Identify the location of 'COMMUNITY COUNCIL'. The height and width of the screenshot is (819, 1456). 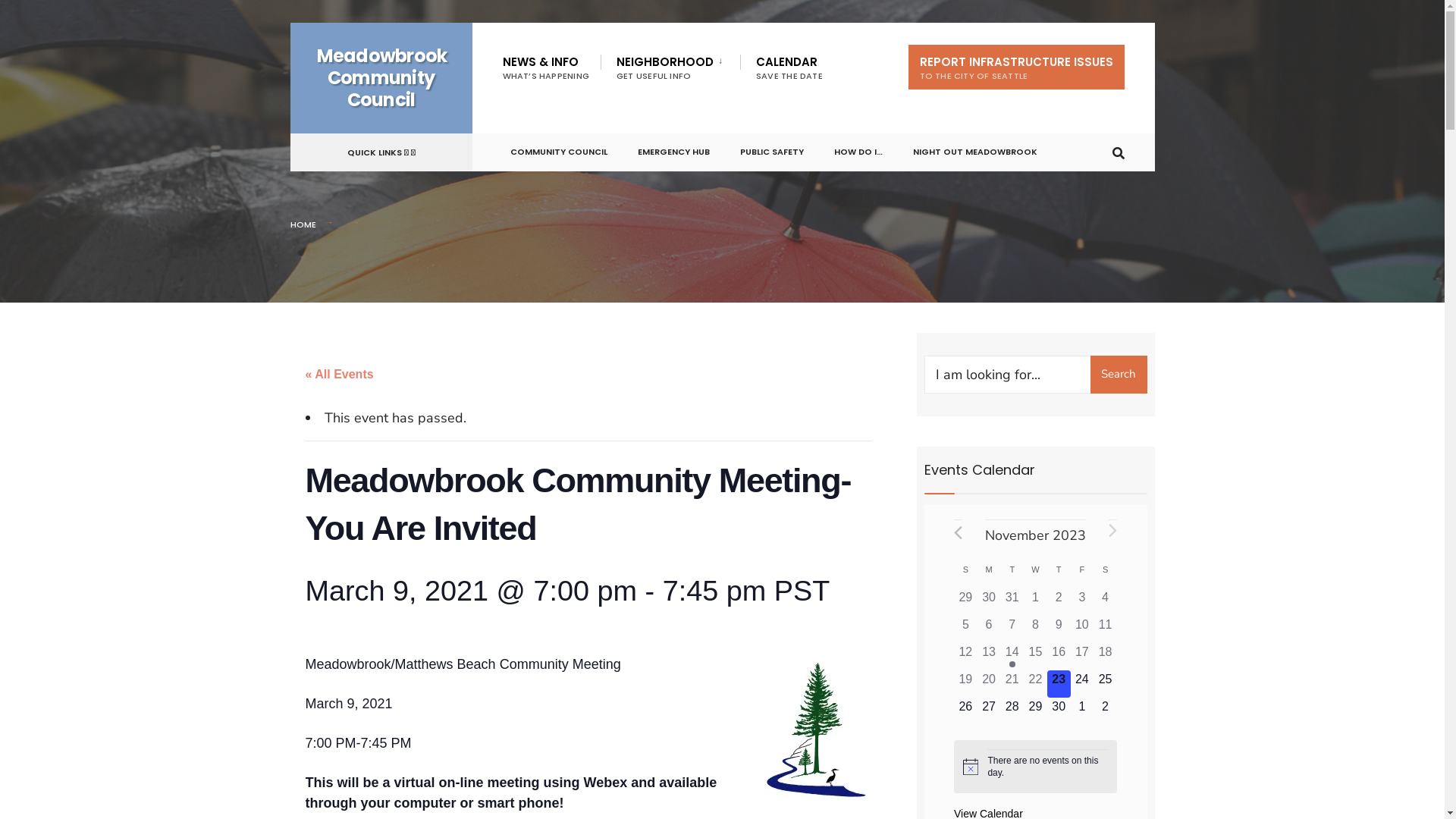
(557, 149).